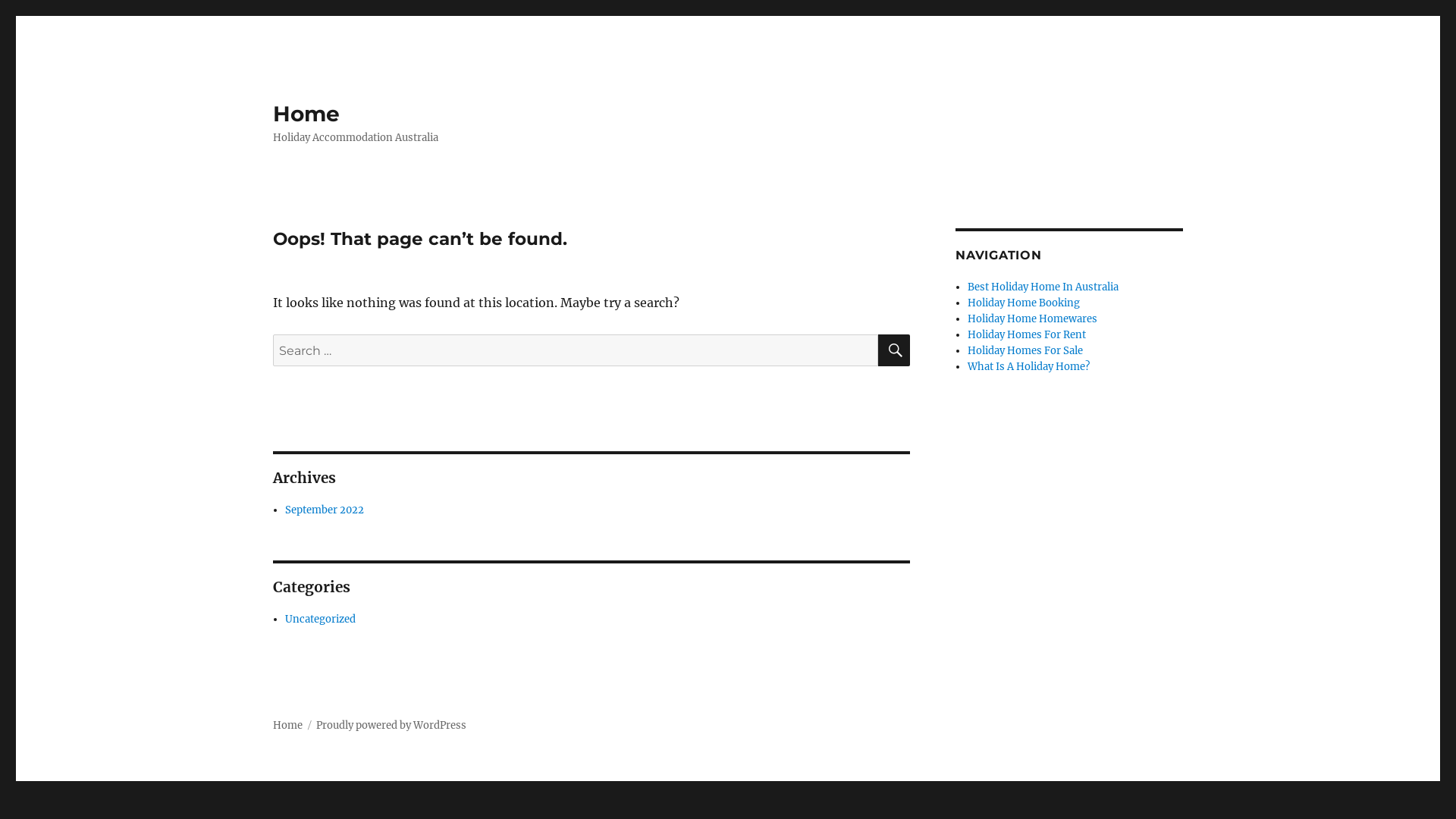 This screenshot has height=819, width=1456. What do you see at coordinates (1028, 366) in the screenshot?
I see `'What Is A Holiday Home?'` at bounding box center [1028, 366].